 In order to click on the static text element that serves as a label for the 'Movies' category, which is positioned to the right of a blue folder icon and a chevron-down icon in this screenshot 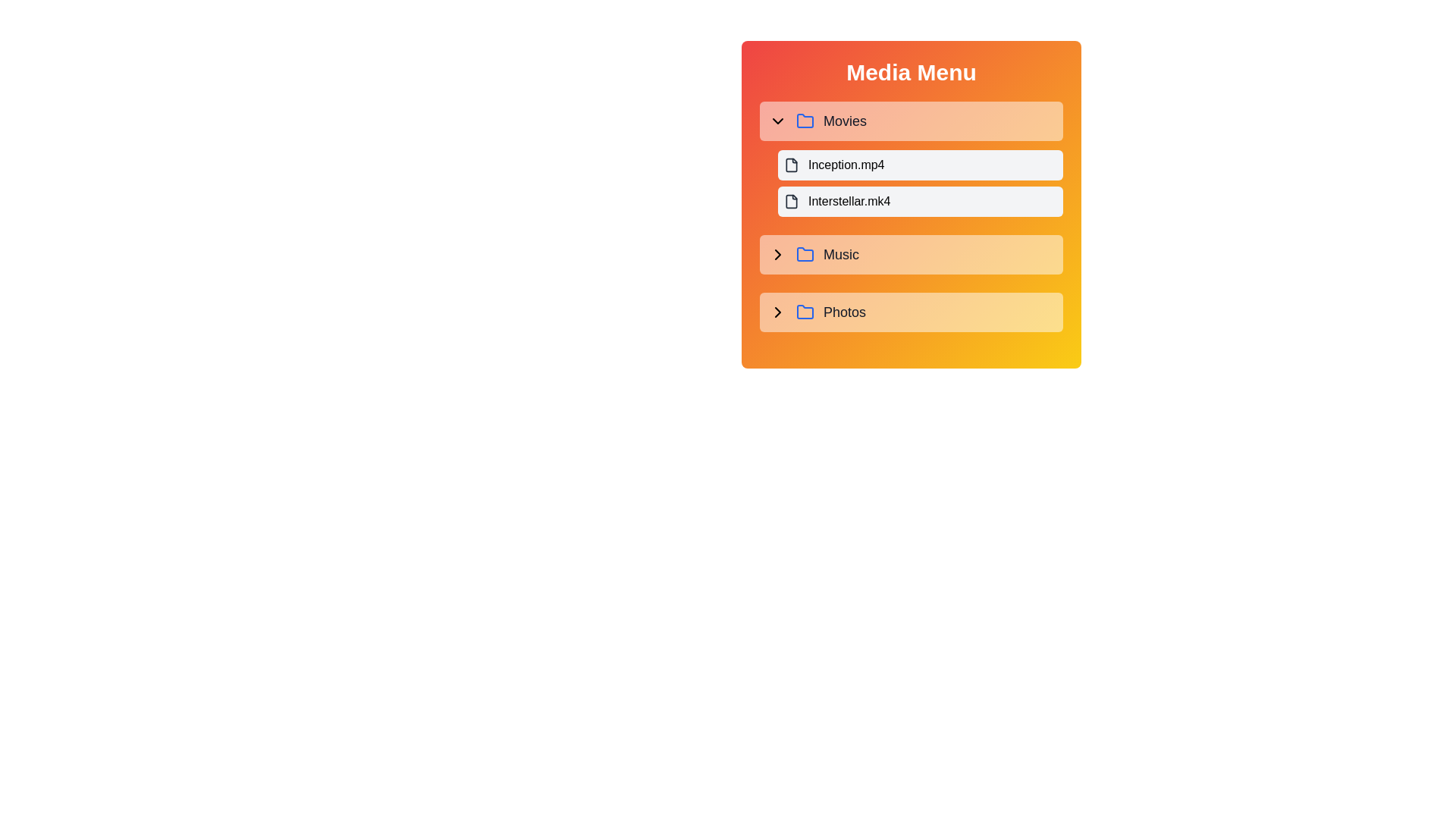, I will do `click(844, 120)`.